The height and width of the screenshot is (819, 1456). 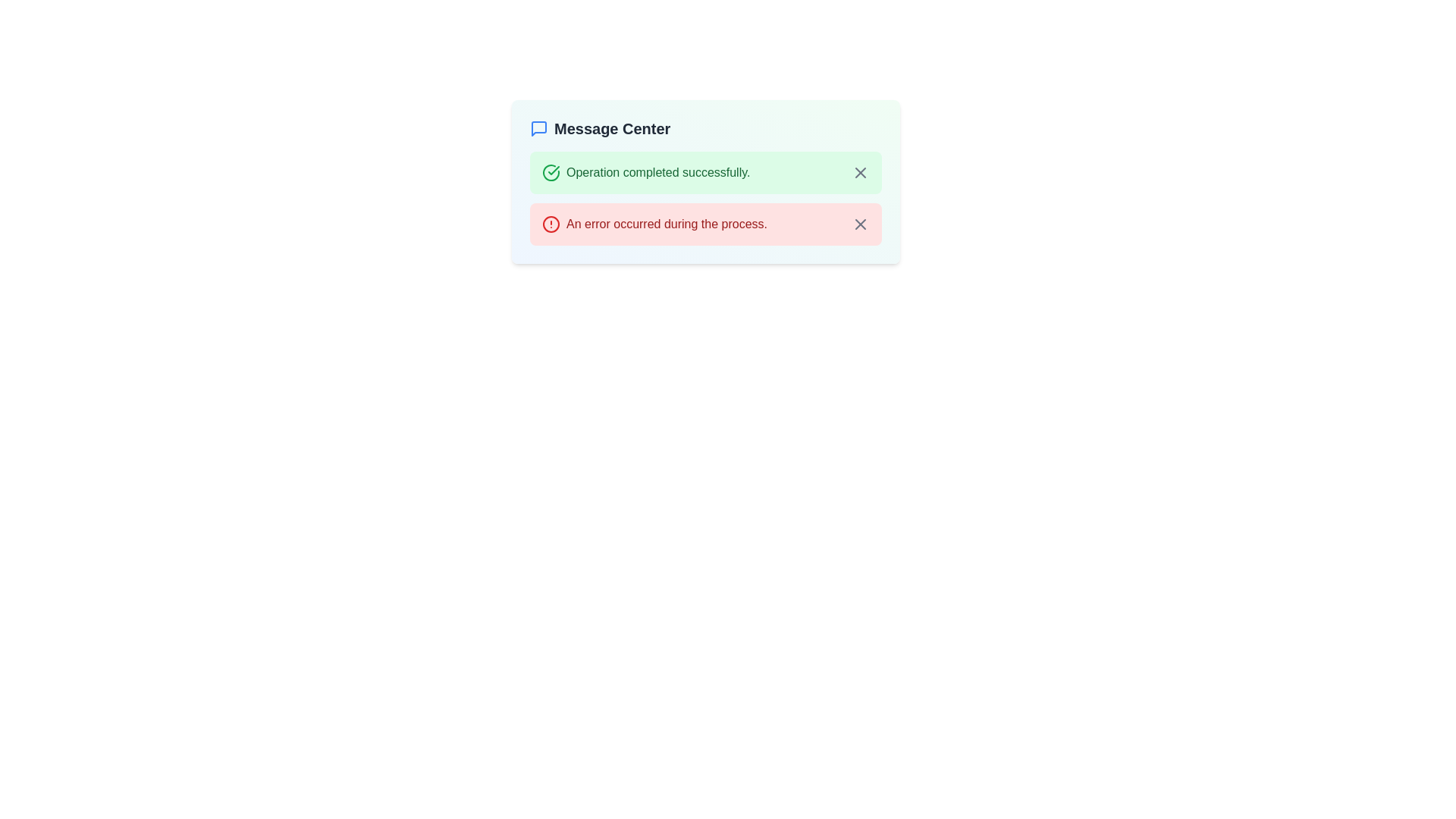 I want to click on the decorative or status-indicating icon located at the top-left corner of the message box that states 'Operation completed successfully', so click(x=550, y=171).